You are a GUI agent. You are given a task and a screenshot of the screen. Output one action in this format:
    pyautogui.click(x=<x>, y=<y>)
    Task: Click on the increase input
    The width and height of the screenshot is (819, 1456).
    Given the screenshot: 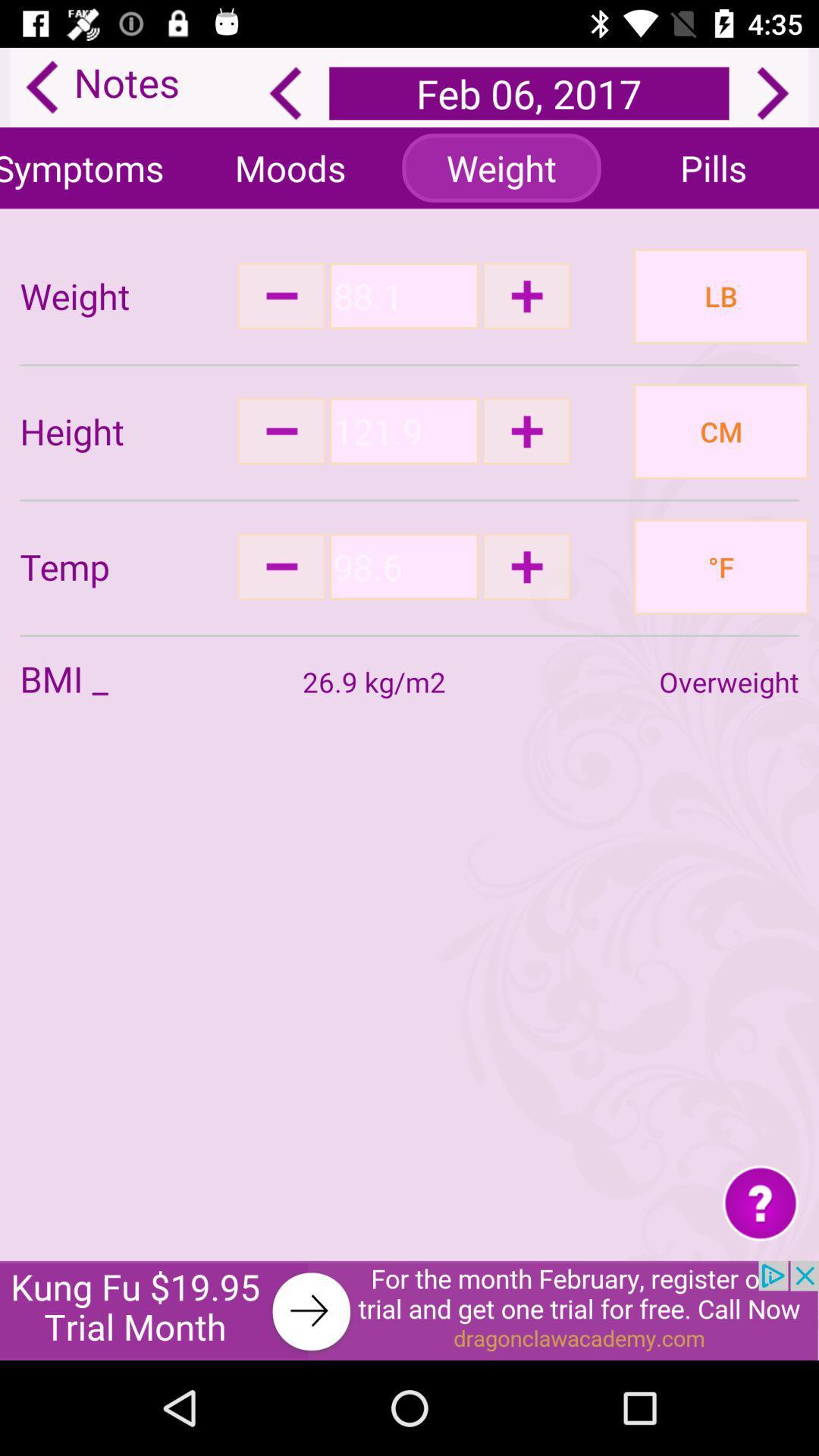 What is the action you would take?
    pyautogui.click(x=526, y=566)
    